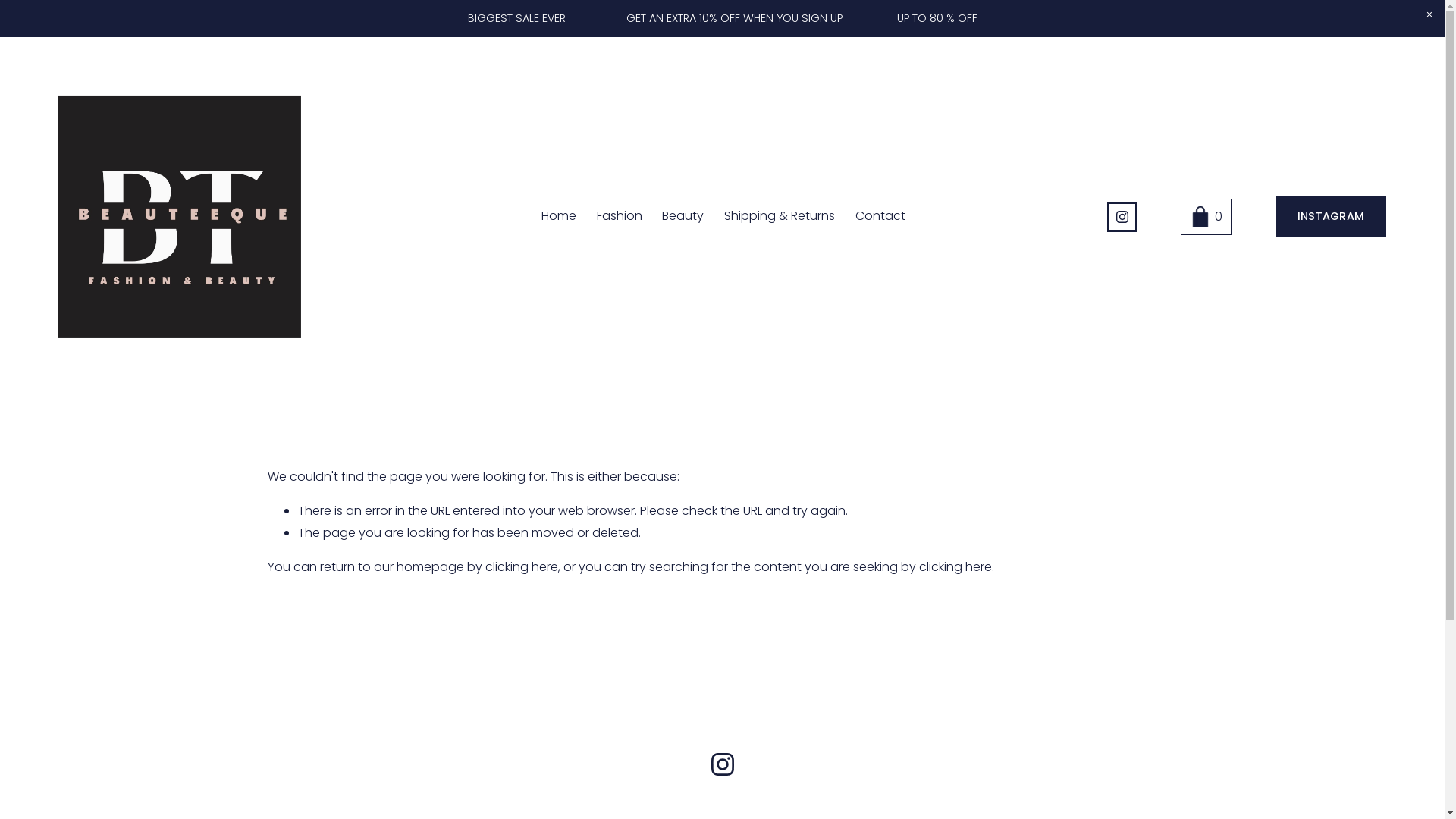 The width and height of the screenshot is (1456, 819). Describe the element at coordinates (682, 216) in the screenshot. I see `'Beauty'` at that location.